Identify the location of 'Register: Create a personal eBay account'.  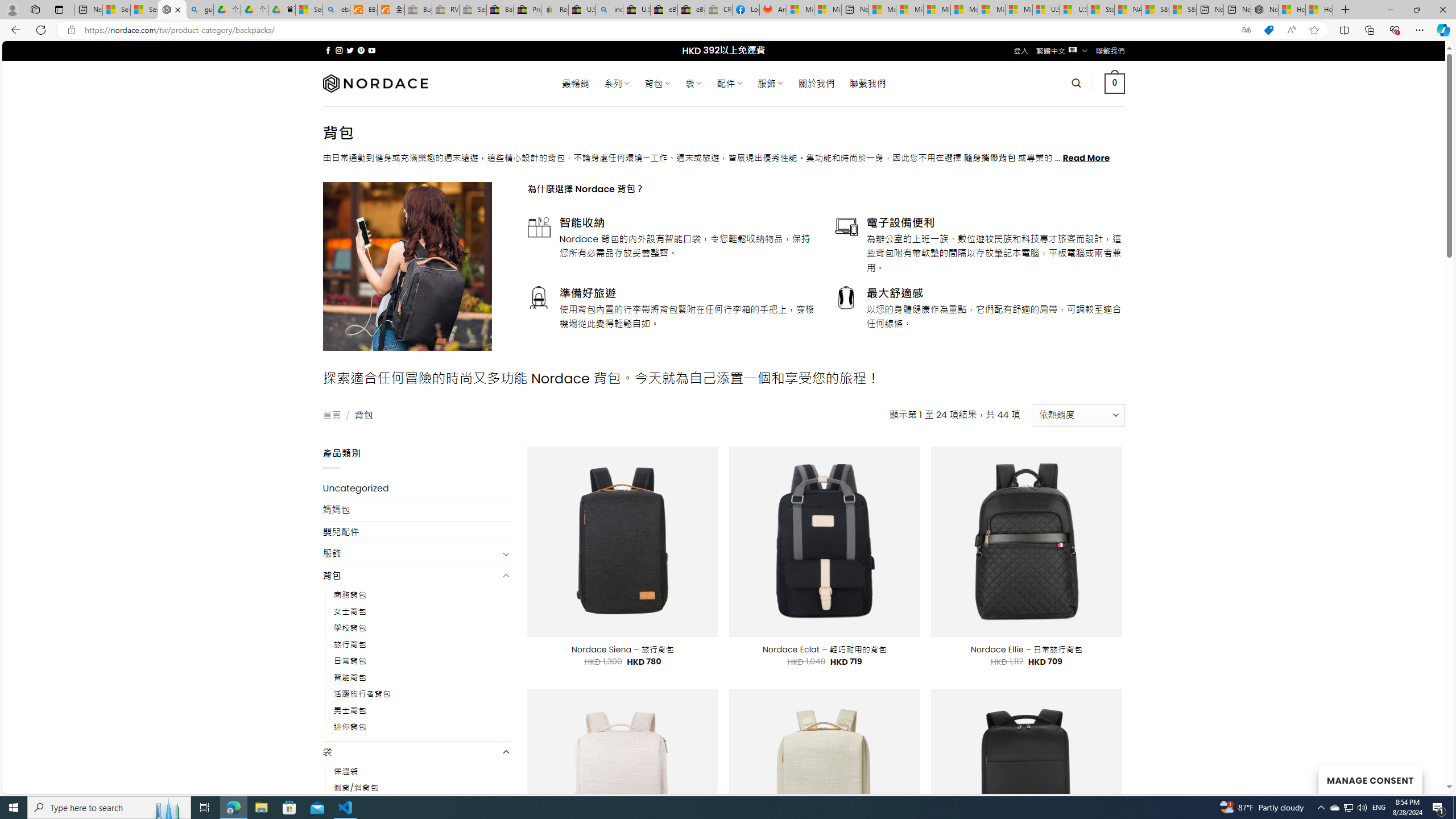
(554, 9).